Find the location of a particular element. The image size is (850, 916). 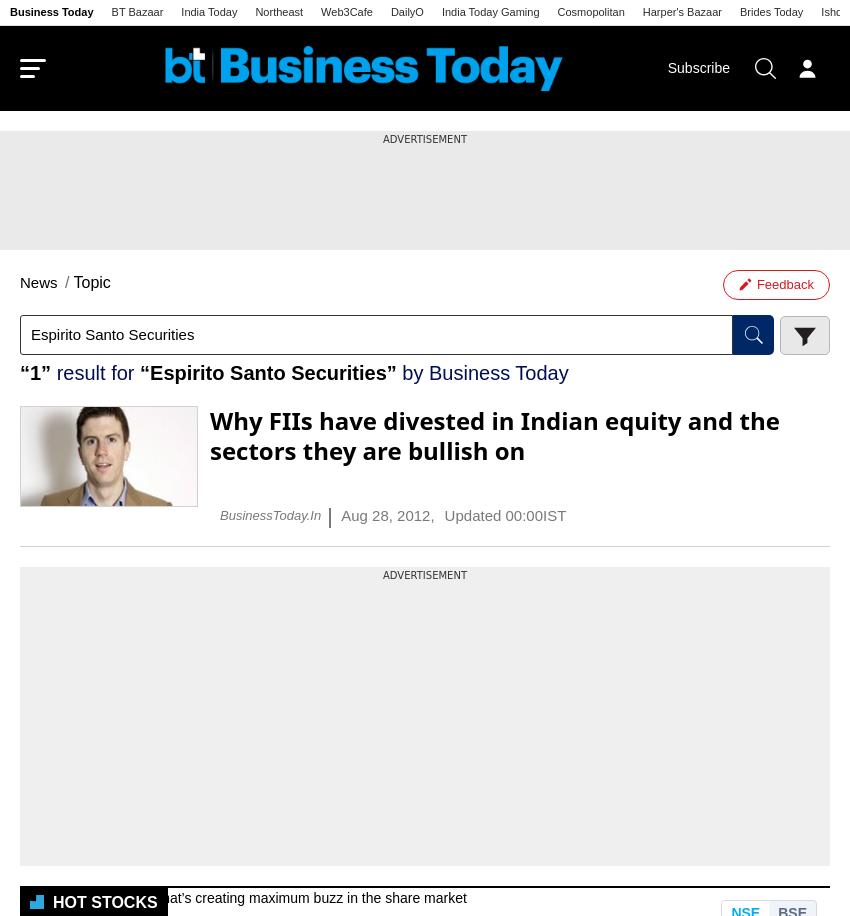

'Harper's Bazaar' is located at coordinates (680, 11).